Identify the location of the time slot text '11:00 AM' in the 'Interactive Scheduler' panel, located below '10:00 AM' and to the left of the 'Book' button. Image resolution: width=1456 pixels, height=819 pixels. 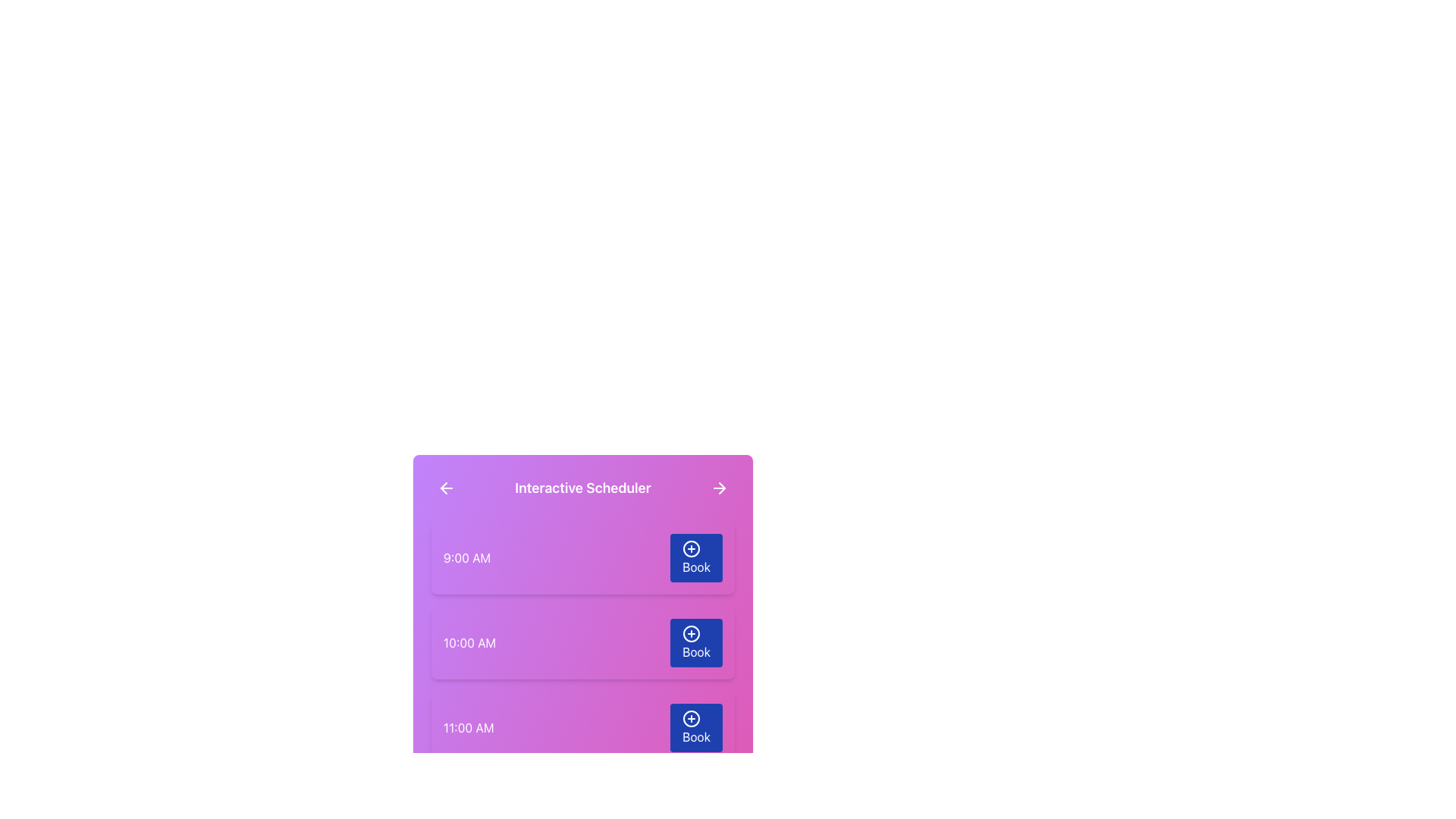
(468, 727).